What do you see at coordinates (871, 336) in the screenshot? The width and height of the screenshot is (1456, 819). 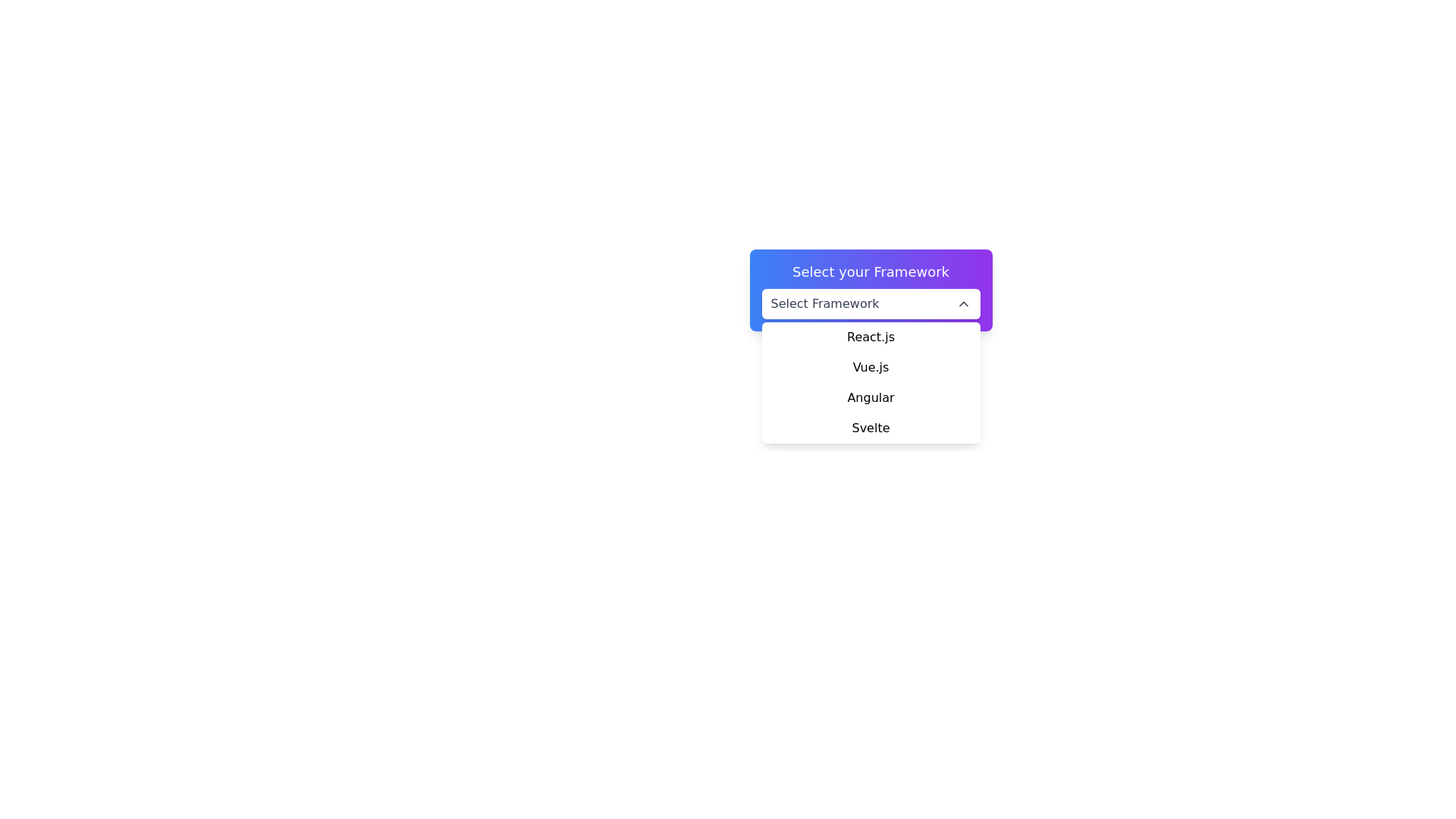 I see `the first option in the dropdown menu that contains the text 'React.js'` at bounding box center [871, 336].